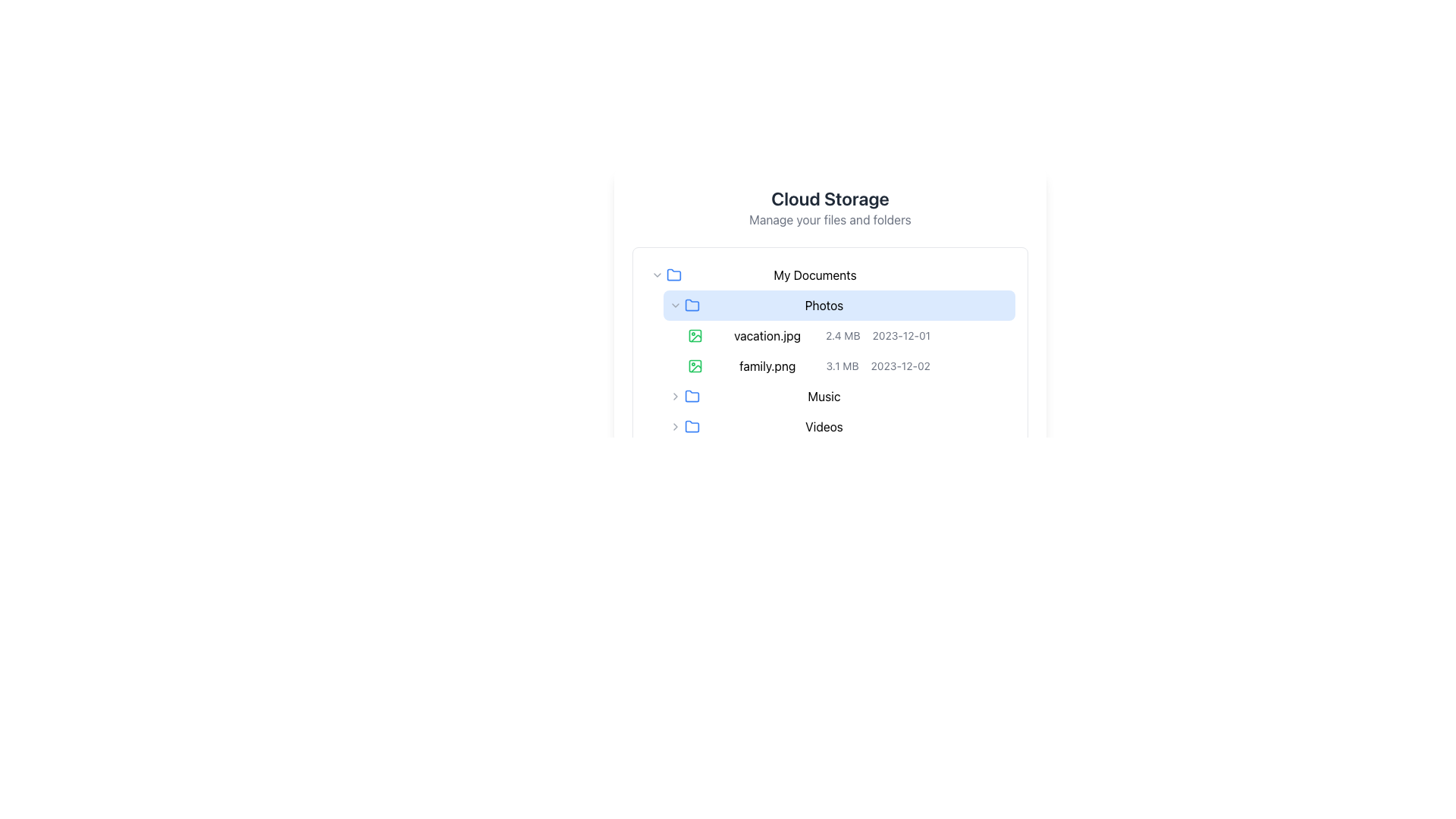 This screenshot has height=819, width=1456. What do you see at coordinates (694, 335) in the screenshot?
I see `the image file icon located to the left of 'vacation.jpg' in the list entry under the 'Photos' folder section` at bounding box center [694, 335].